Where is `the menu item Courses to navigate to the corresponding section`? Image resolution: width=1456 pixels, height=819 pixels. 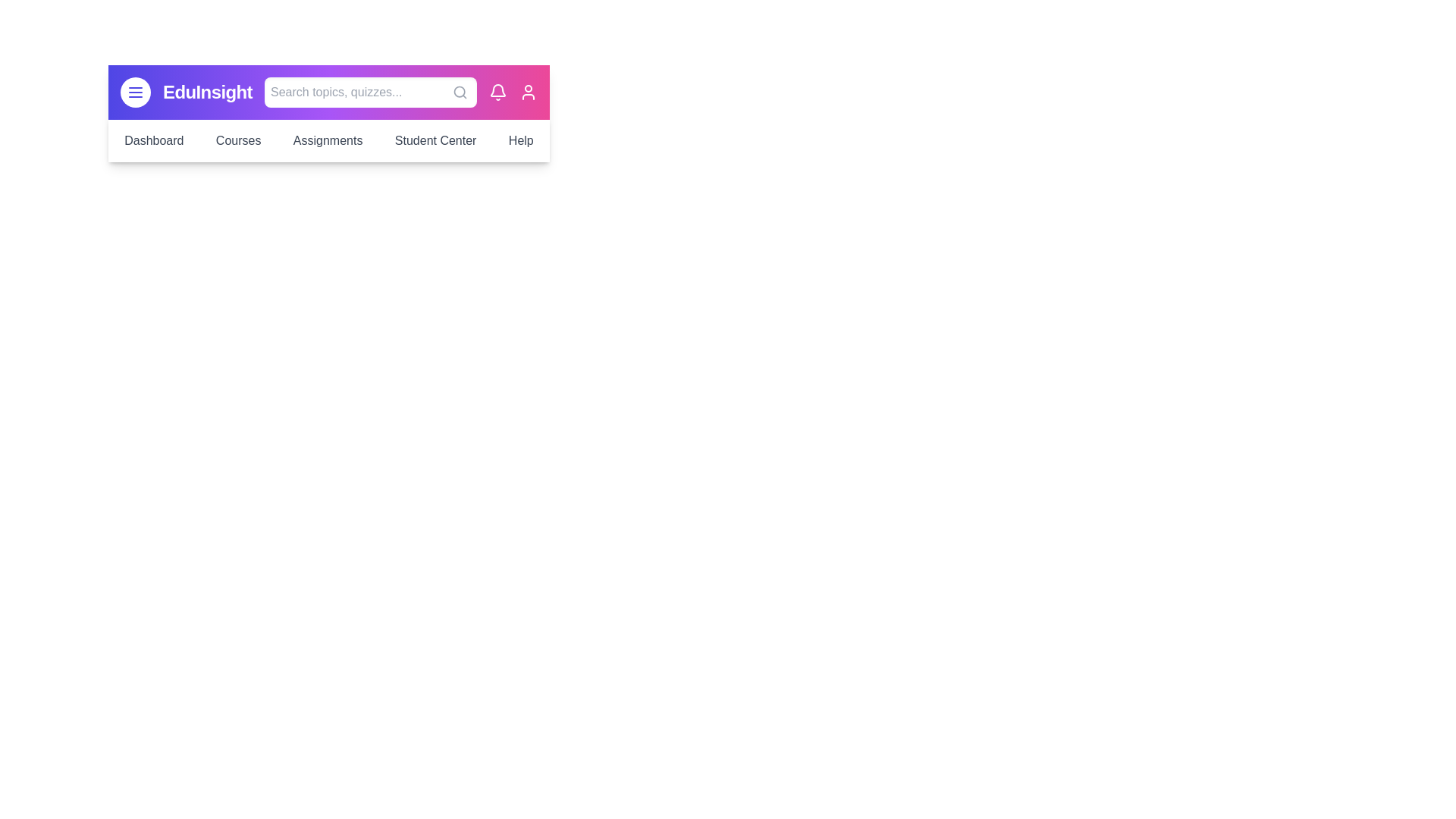 the menu item Courses to navigate to the corresponding section is located at coordinates (237, 140).